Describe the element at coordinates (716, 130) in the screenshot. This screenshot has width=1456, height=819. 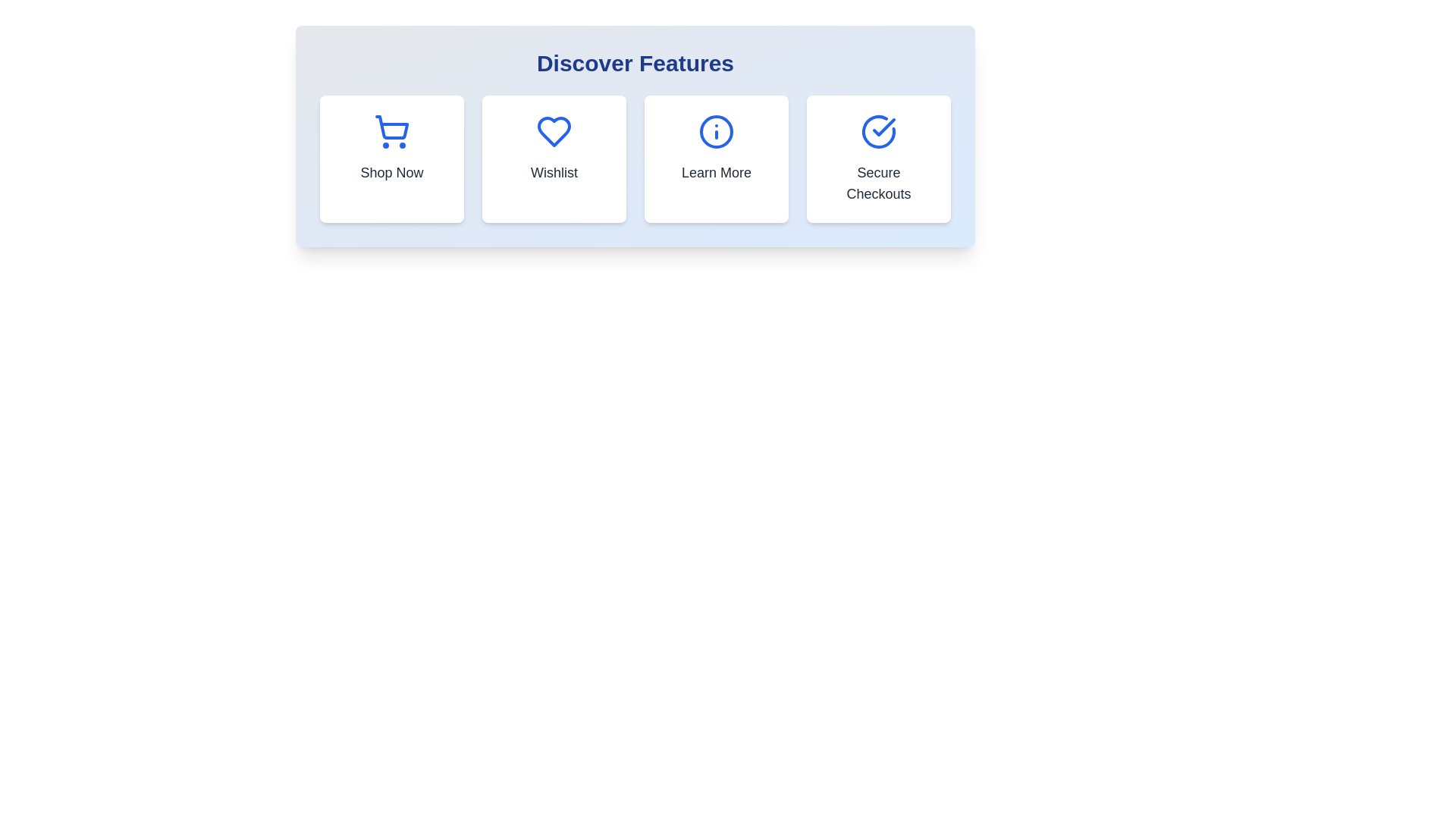
I see `the 'Learn More' icon, which is the third item in a row of four cards under the 'Discover Features' section, visually indicated with rounded corners and a white background` at that location.